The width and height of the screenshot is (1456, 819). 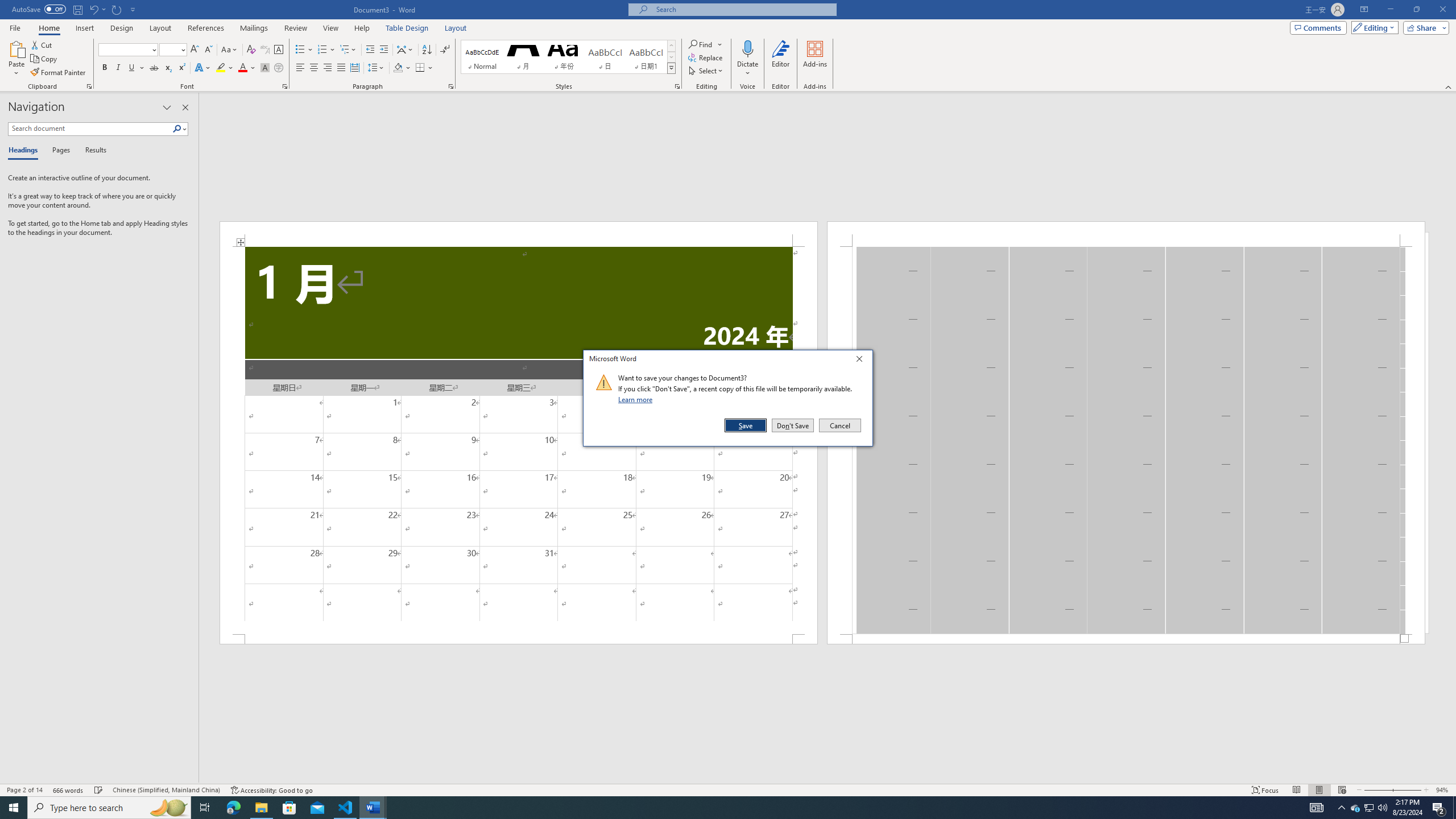 I want to click on 'Microsoft search', so click(x=742, y=9).